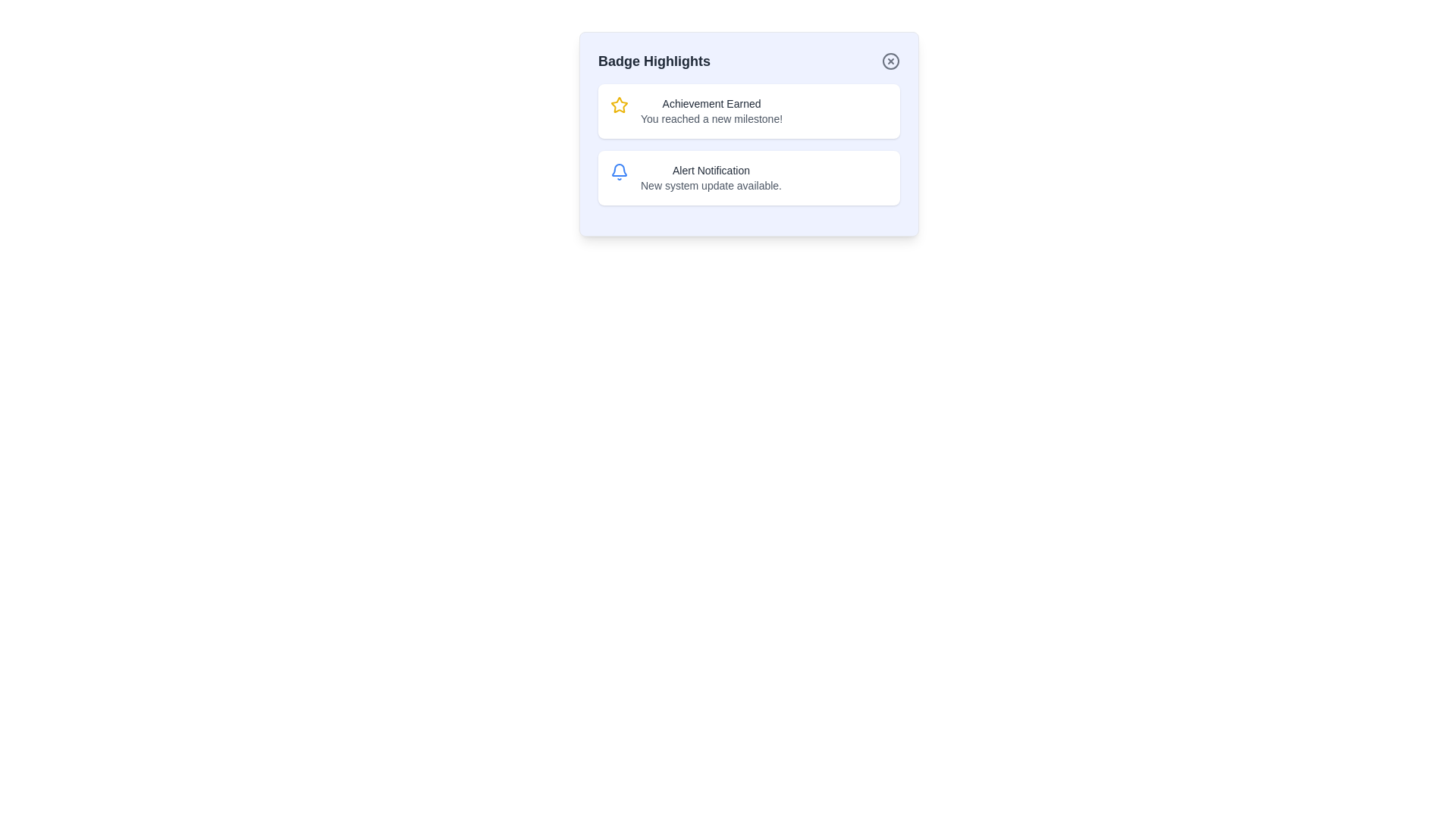  I want to click on the text label that informs the user about the availability of a new system update, located directly below 'Alert Notification' in the 'Badge Highlights' box, so click(710, 185).